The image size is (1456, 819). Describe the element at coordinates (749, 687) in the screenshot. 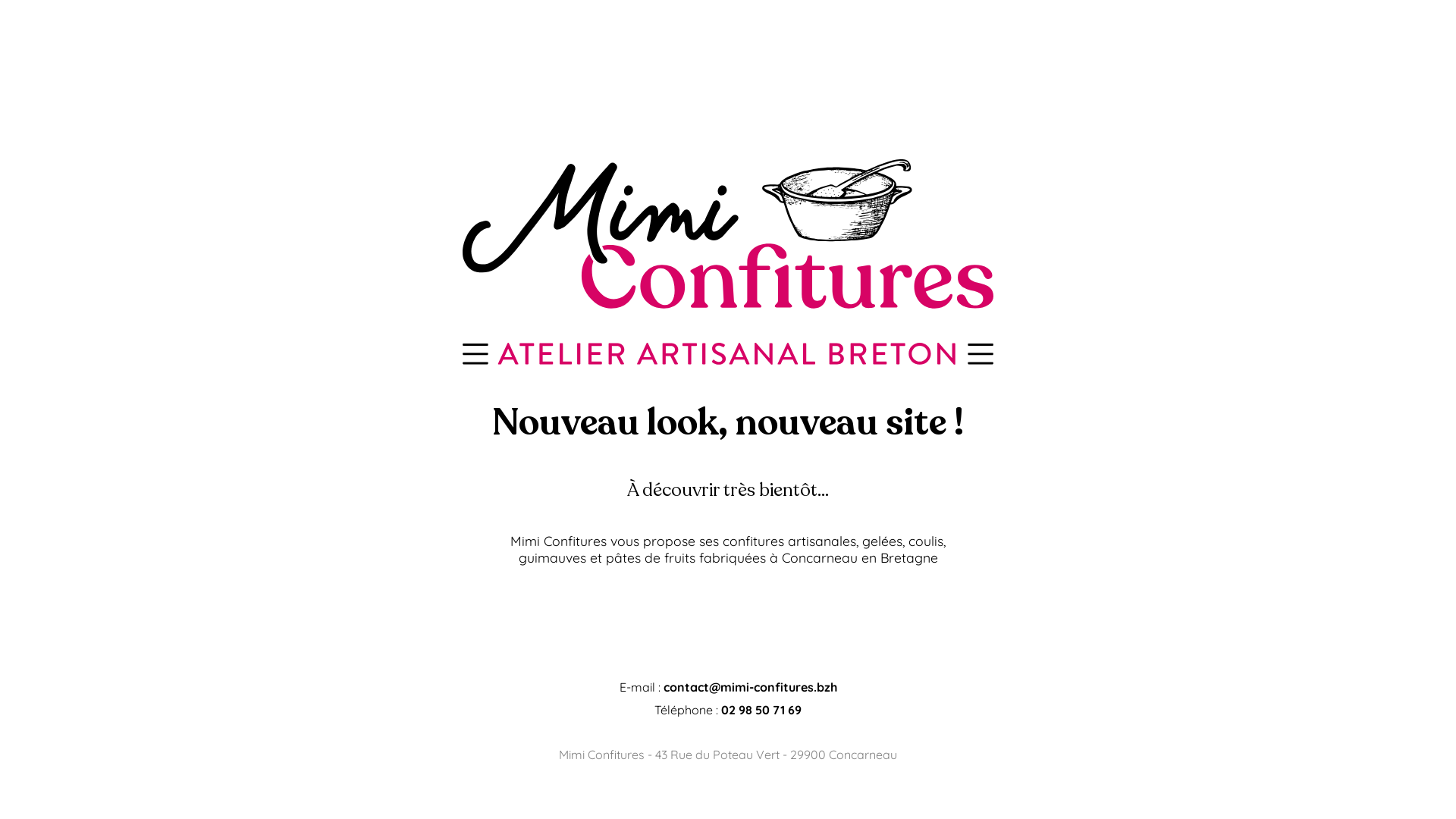

I see `'contact@mimi-confitures.bzh'` at that location.